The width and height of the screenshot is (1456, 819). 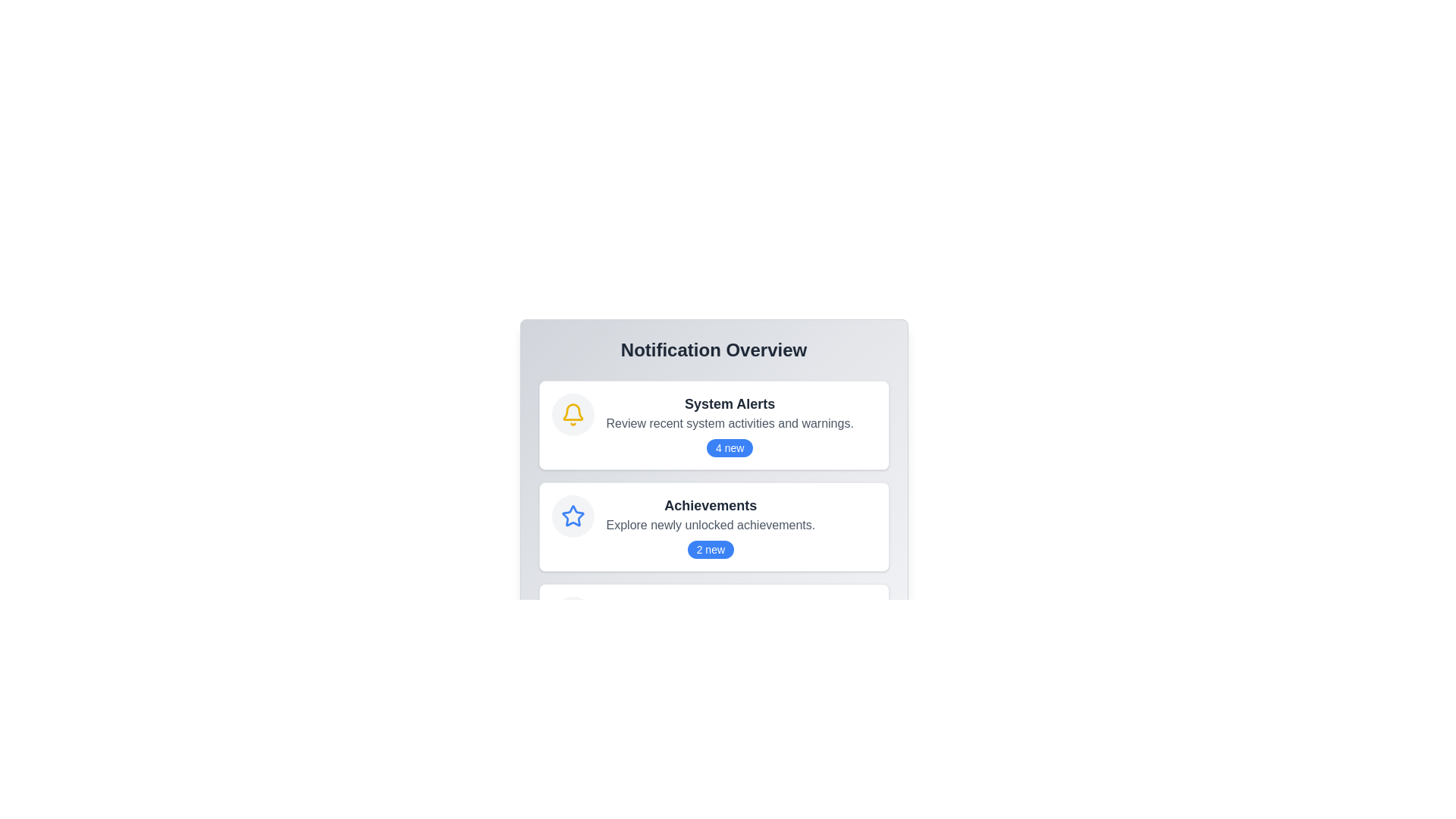 What do you see at coordinates (572, 415) in the screenshot?
I see `the bright yellow bell icon located in the top-left corner of the 'System Alerts' section of the notification interface, which is part of the Notification Overview` at bounding box center [572, 415].